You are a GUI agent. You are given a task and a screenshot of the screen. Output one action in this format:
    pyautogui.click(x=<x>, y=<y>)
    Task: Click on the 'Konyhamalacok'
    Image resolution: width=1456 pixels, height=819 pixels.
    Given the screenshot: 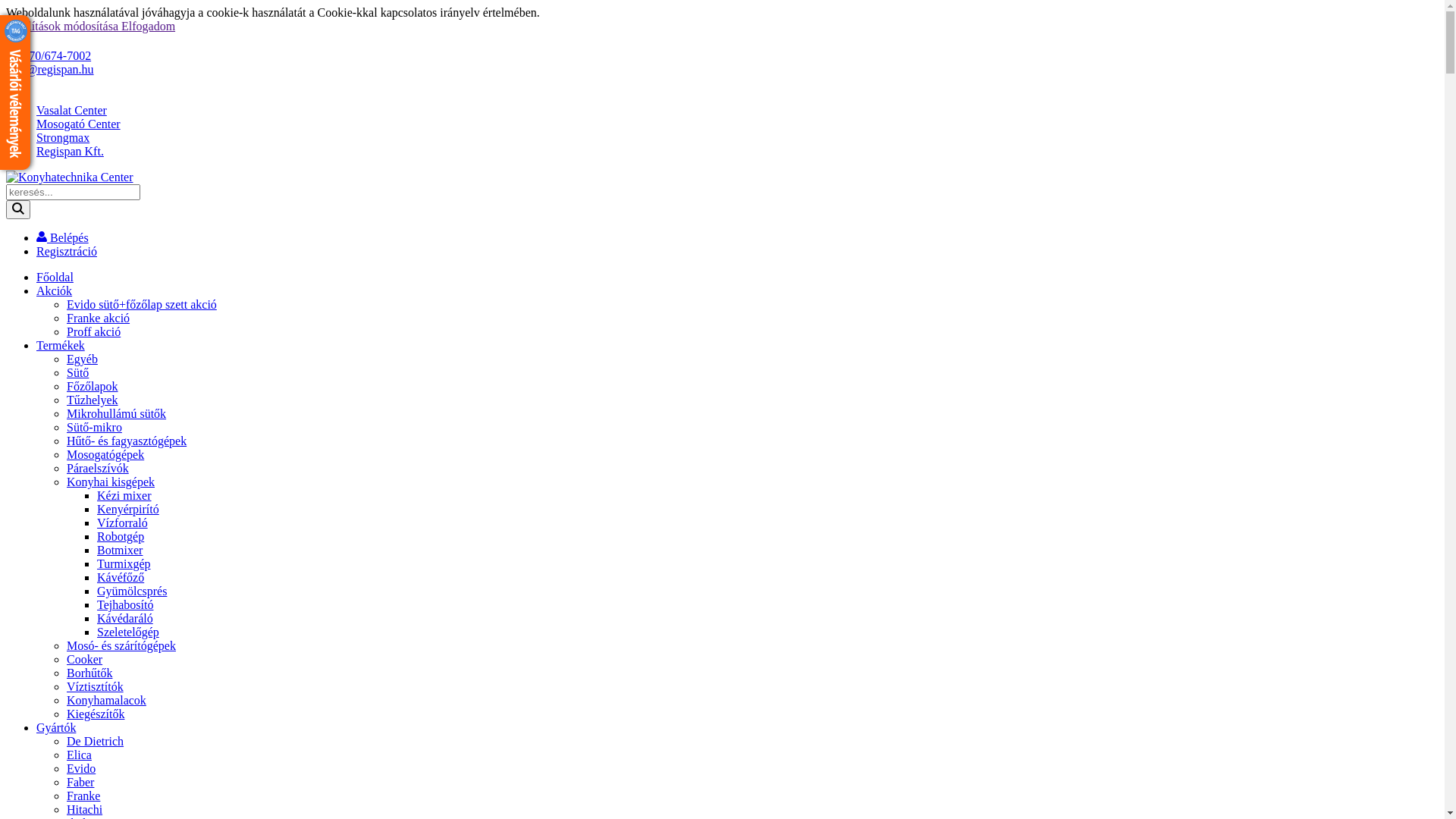 What is the action you would take?
    pyautogui.click(x=105, y=700)
    